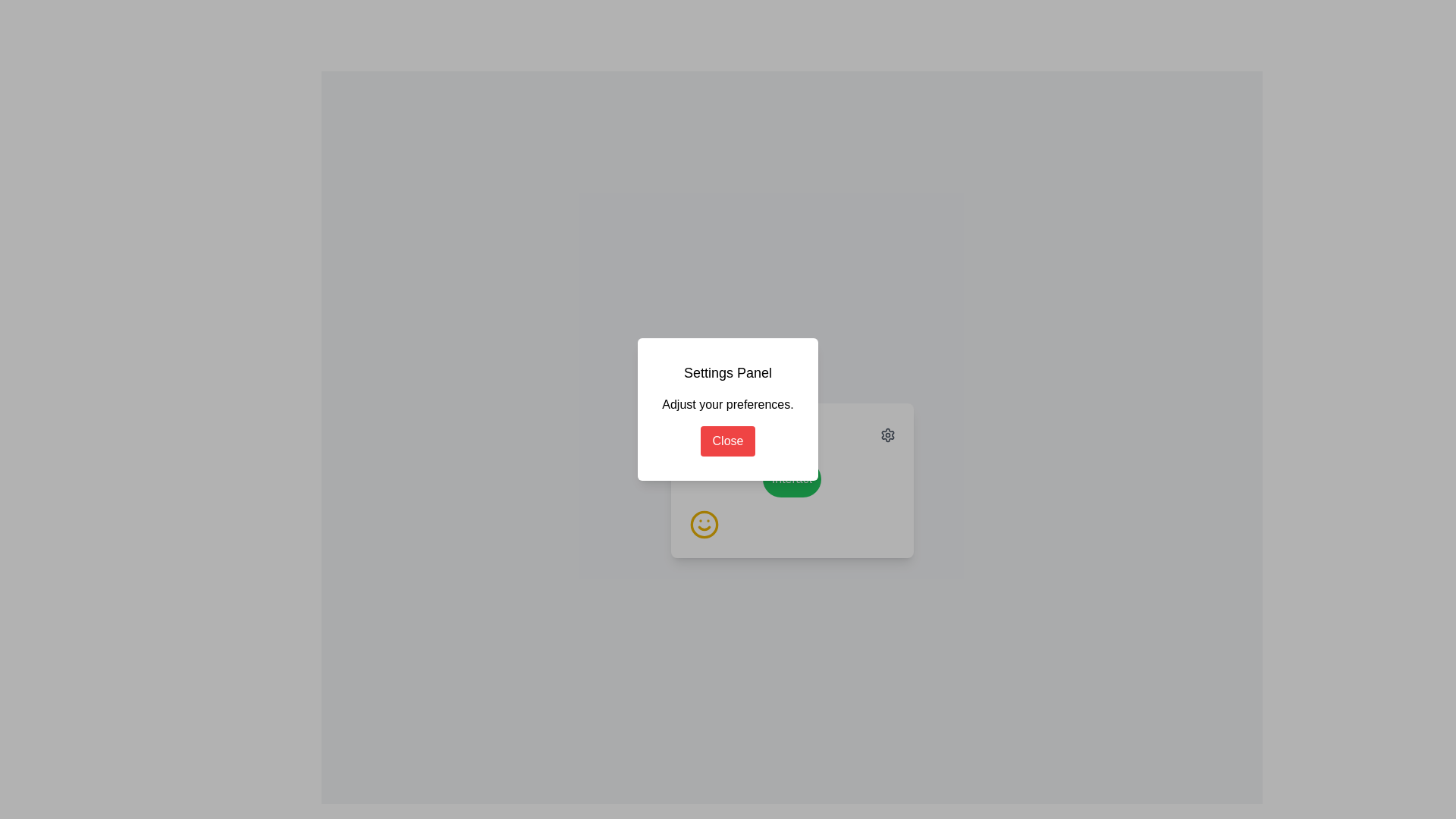 This screenshot has height=819, width=1456. Describe the element at coordinates (703, 523) in the screenshot. I see `the decorative SVG component located within the circular icon at the bottom left of the 'Settings Panel' modal dialog` at that location.